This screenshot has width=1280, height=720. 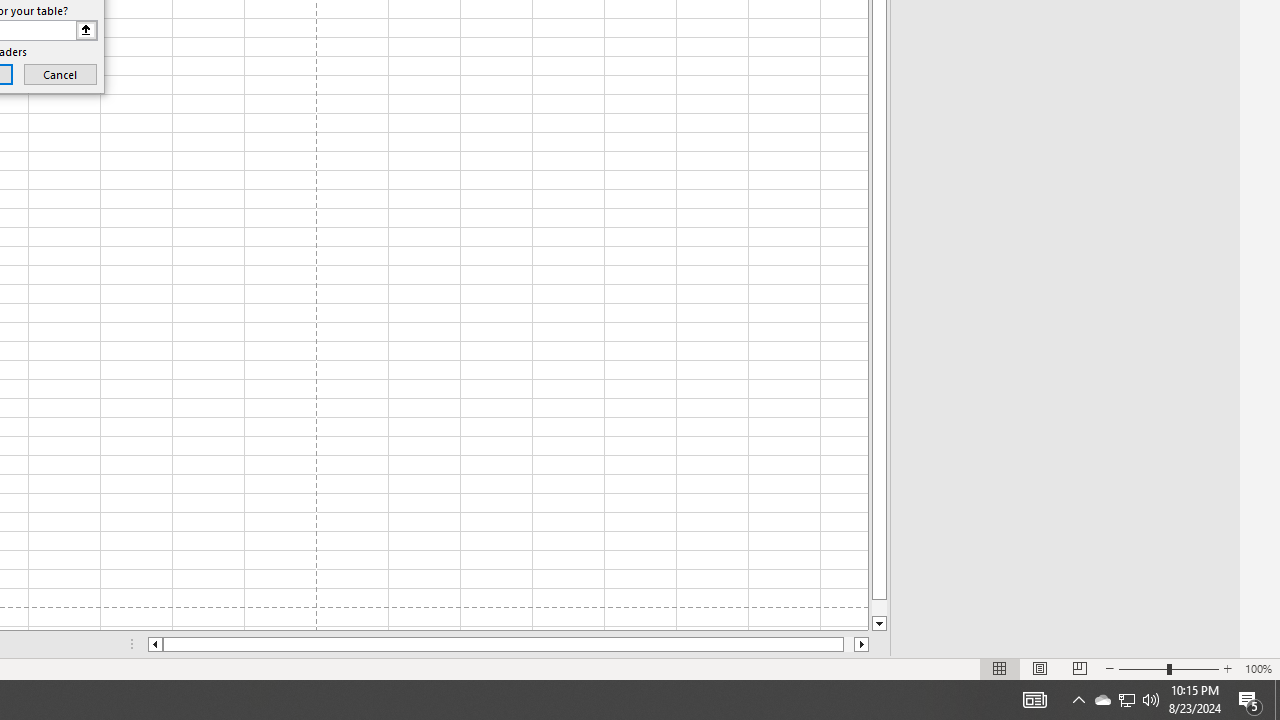 What do you see at coordinates (1040, 669) in the screenshot?
I see `'Page Layout'` at bounding box center [1040, 669].